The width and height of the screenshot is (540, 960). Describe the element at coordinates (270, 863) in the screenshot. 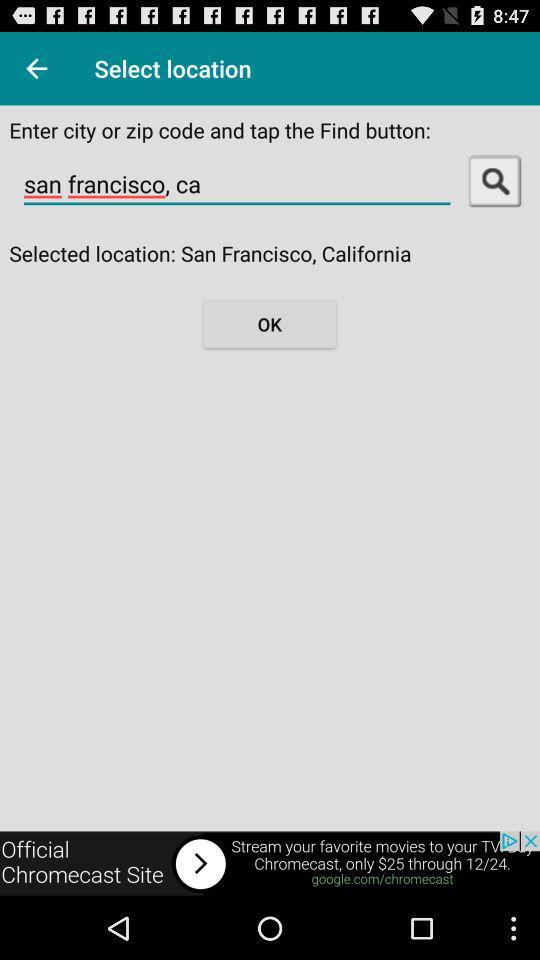

I see `back` at that location.